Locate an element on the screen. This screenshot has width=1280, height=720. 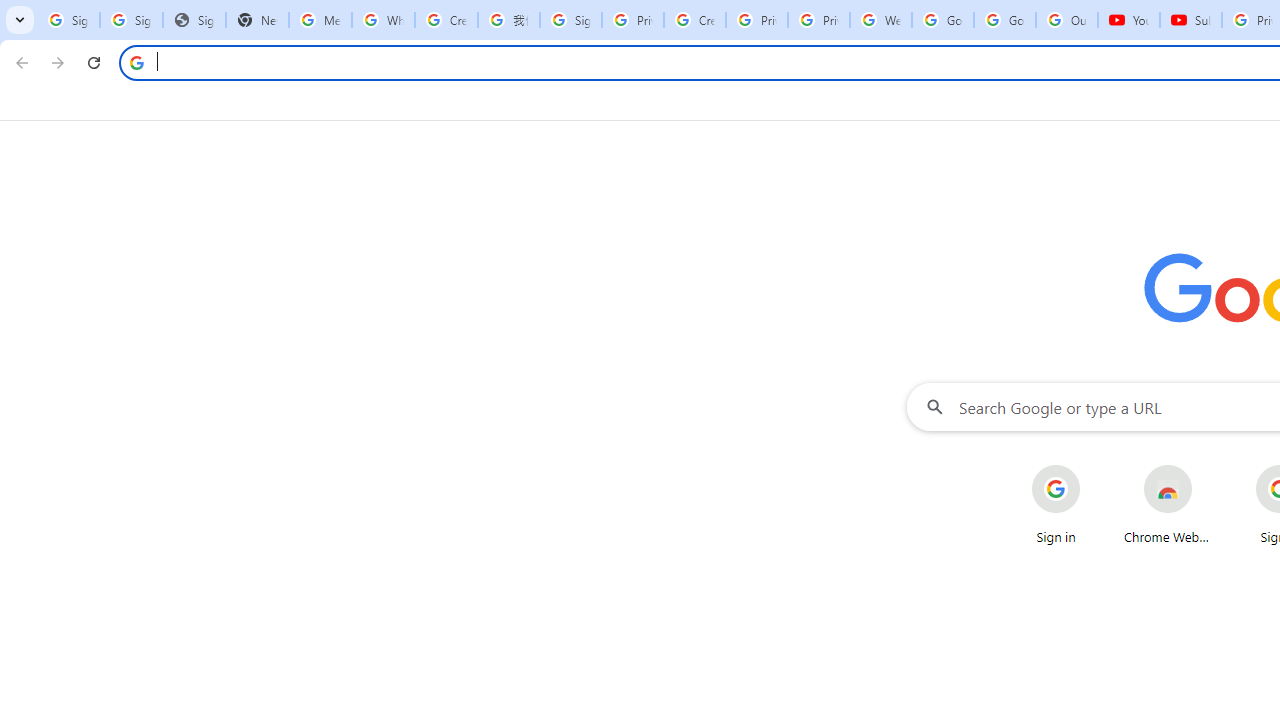
'Sign In - USA TODAY' is located at coordinates (194, 20).